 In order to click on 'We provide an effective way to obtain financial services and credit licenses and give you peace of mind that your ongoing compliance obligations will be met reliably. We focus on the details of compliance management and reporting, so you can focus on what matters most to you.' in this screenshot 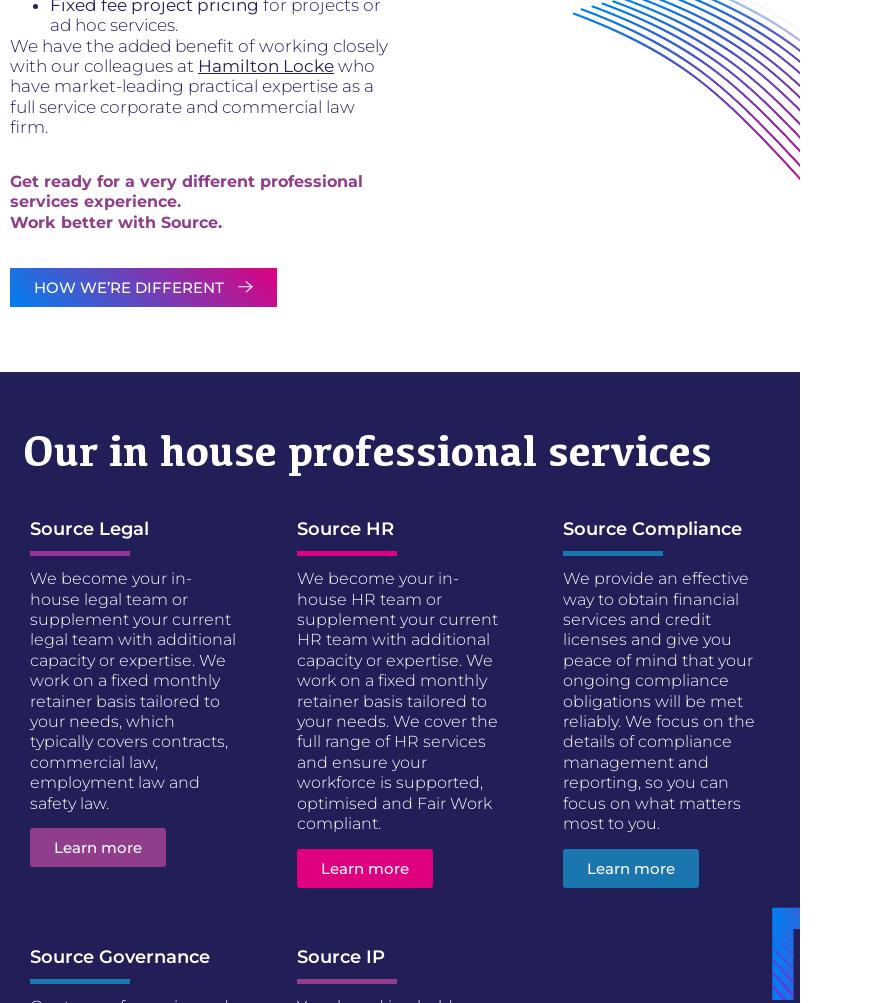, I will do `click(658, 700)`.